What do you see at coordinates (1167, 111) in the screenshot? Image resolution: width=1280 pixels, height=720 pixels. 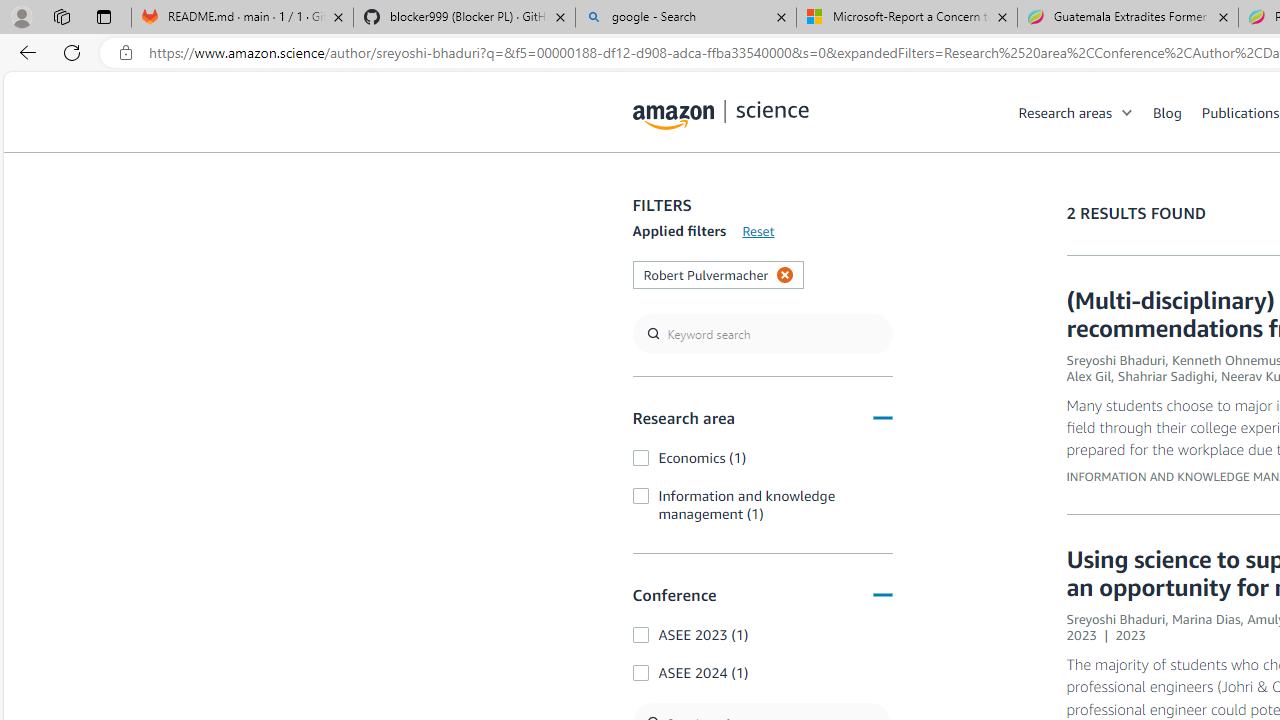 I see `'Blog'` at bounding box center [1167, 111].